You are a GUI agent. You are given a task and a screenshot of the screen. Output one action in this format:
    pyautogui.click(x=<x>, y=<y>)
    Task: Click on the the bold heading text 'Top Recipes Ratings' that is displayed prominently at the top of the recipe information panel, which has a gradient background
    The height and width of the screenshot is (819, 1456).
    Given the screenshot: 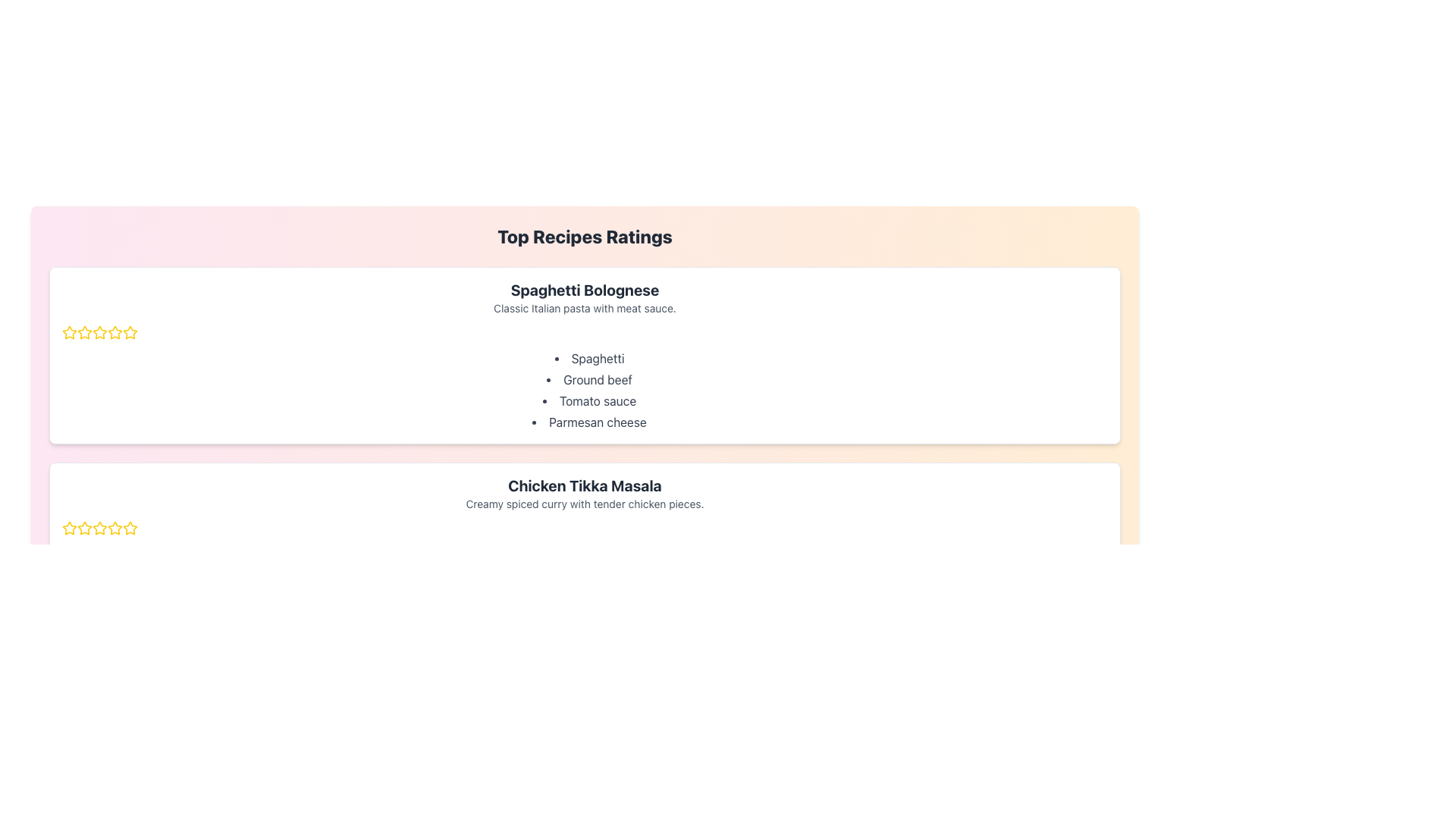 What is the action you would take?
    pyautogui.click(x=584, y=237)
    